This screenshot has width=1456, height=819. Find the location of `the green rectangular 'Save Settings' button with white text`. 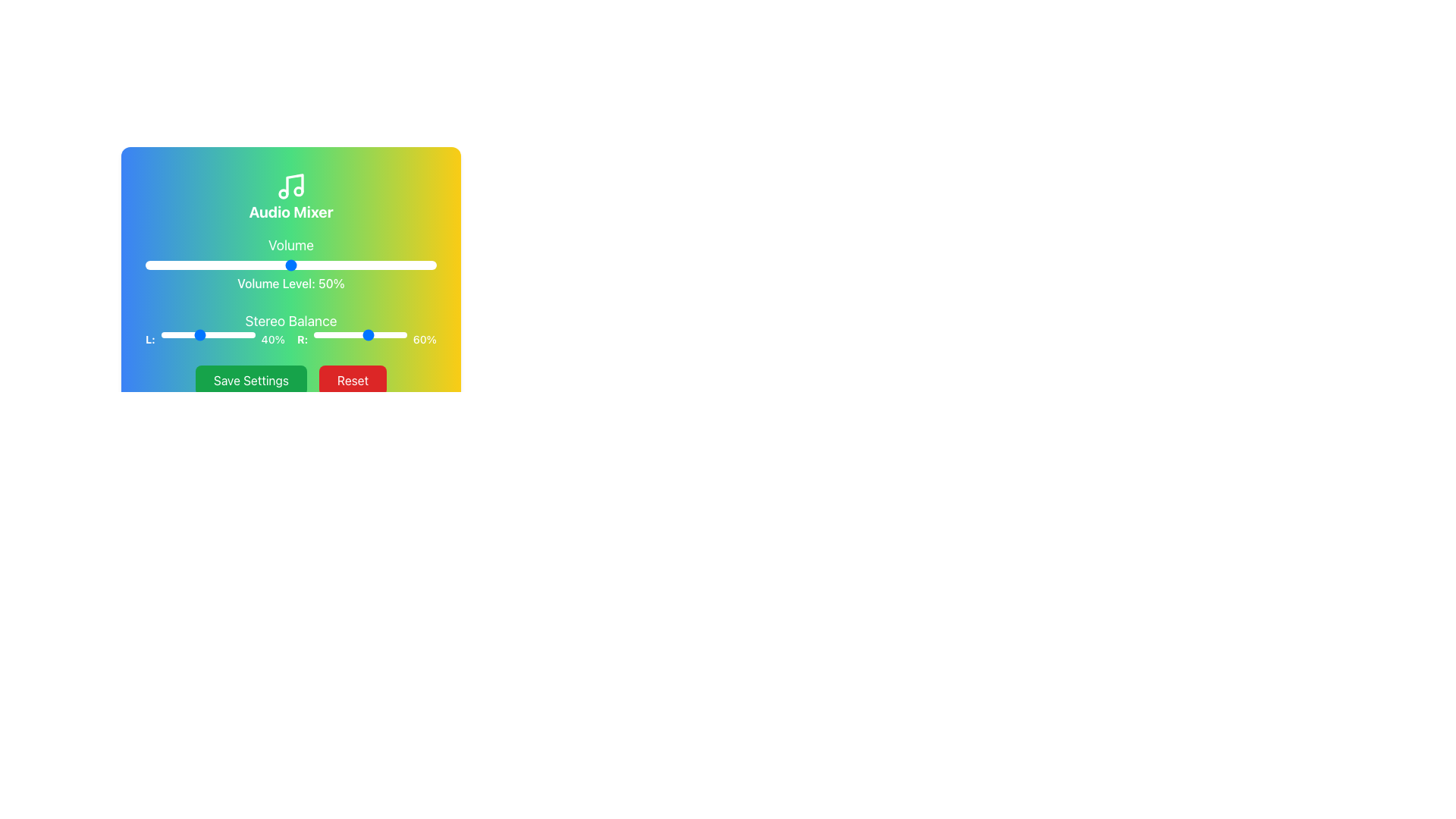

the green rectangular 'Save Settings' button with white text is located at coordinates (251, 379).